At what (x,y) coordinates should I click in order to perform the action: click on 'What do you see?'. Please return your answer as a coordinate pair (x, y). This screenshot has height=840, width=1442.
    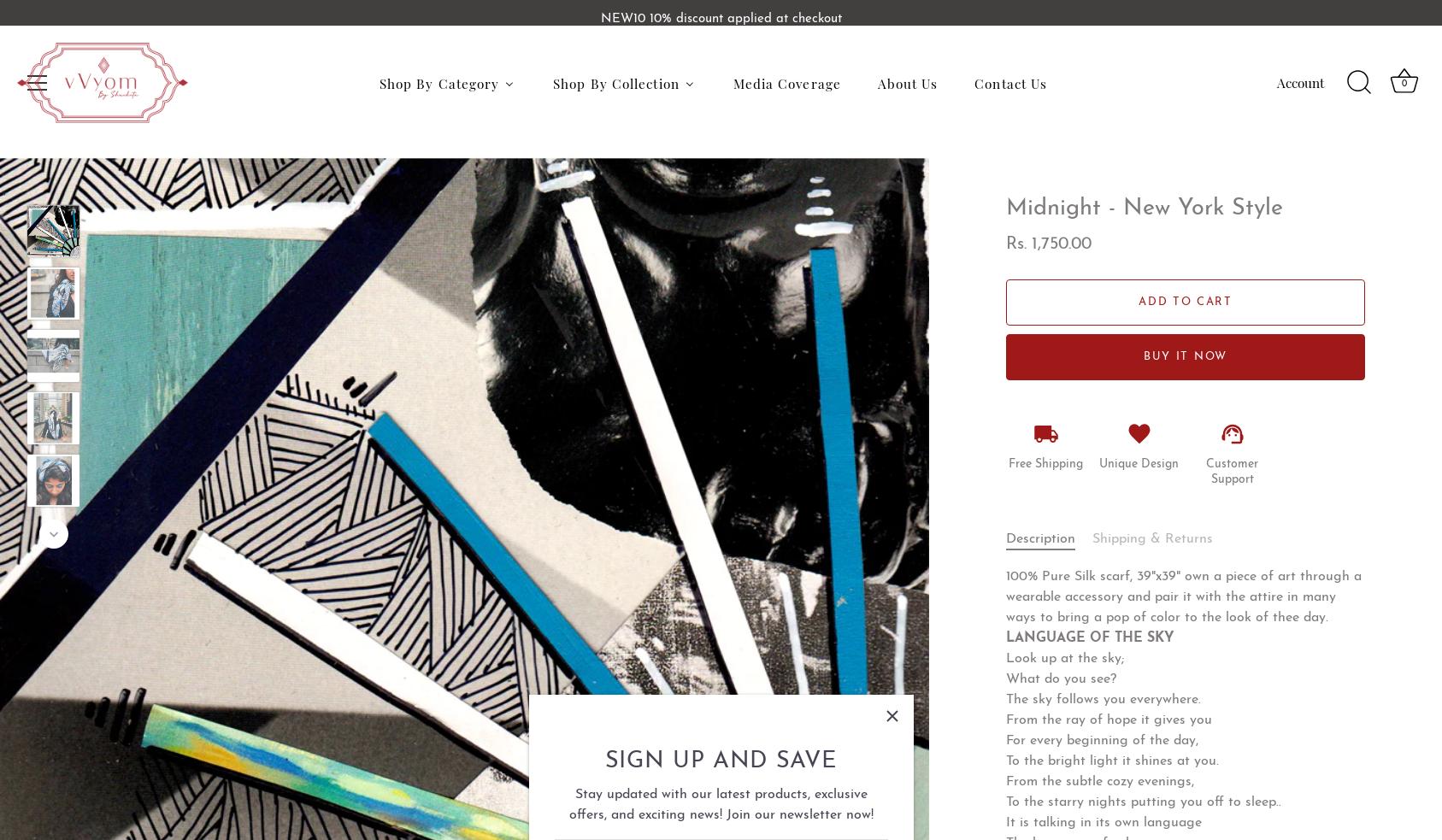
    Looking at the image, I should click on (1060, 678).